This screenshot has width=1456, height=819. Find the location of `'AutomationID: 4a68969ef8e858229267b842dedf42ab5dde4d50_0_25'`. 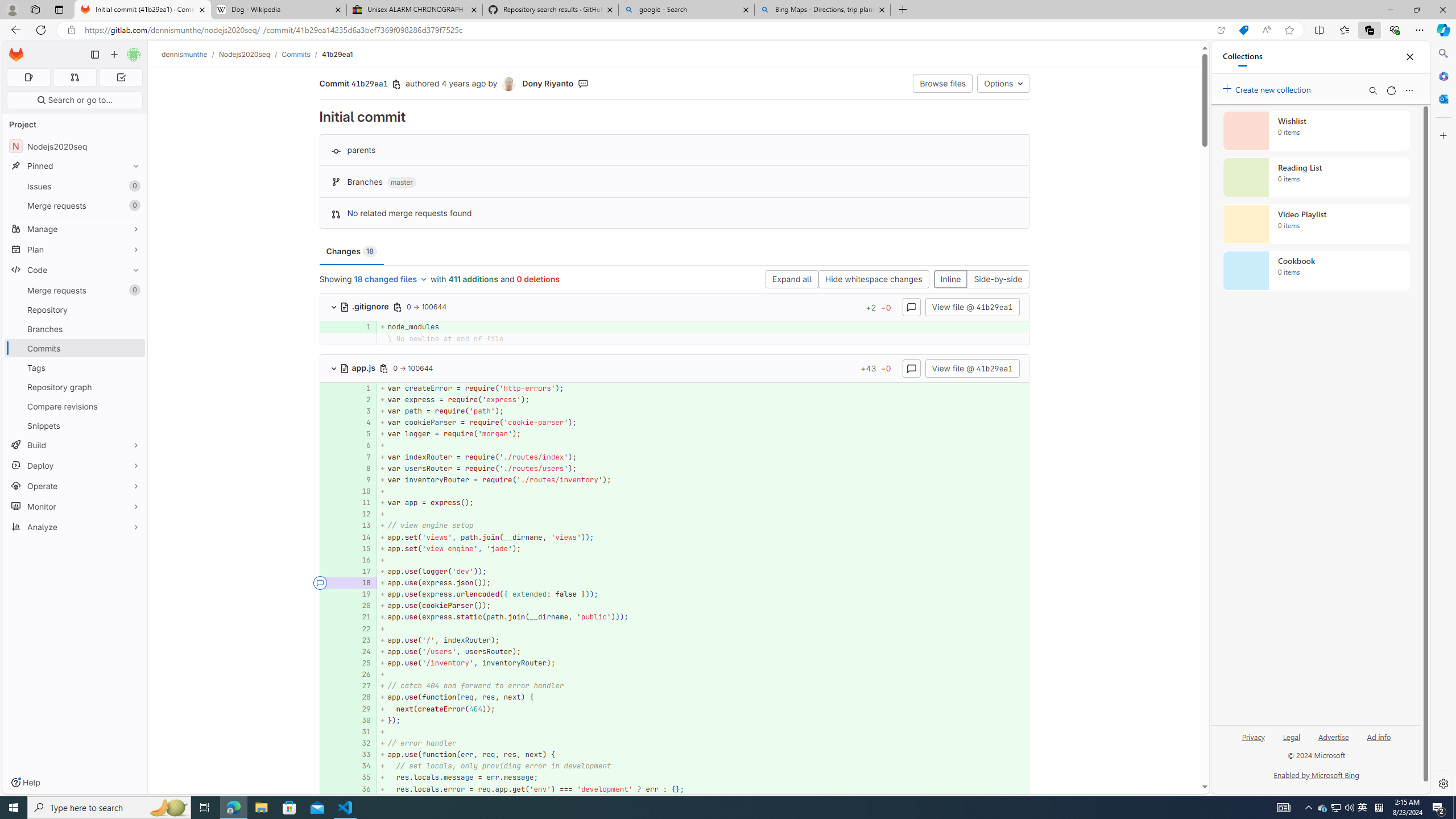

'AutomationID: 4a68969ef8e858229267b842dedf42ab5dde4d50_0_25' is located at coordinates (675, 663).